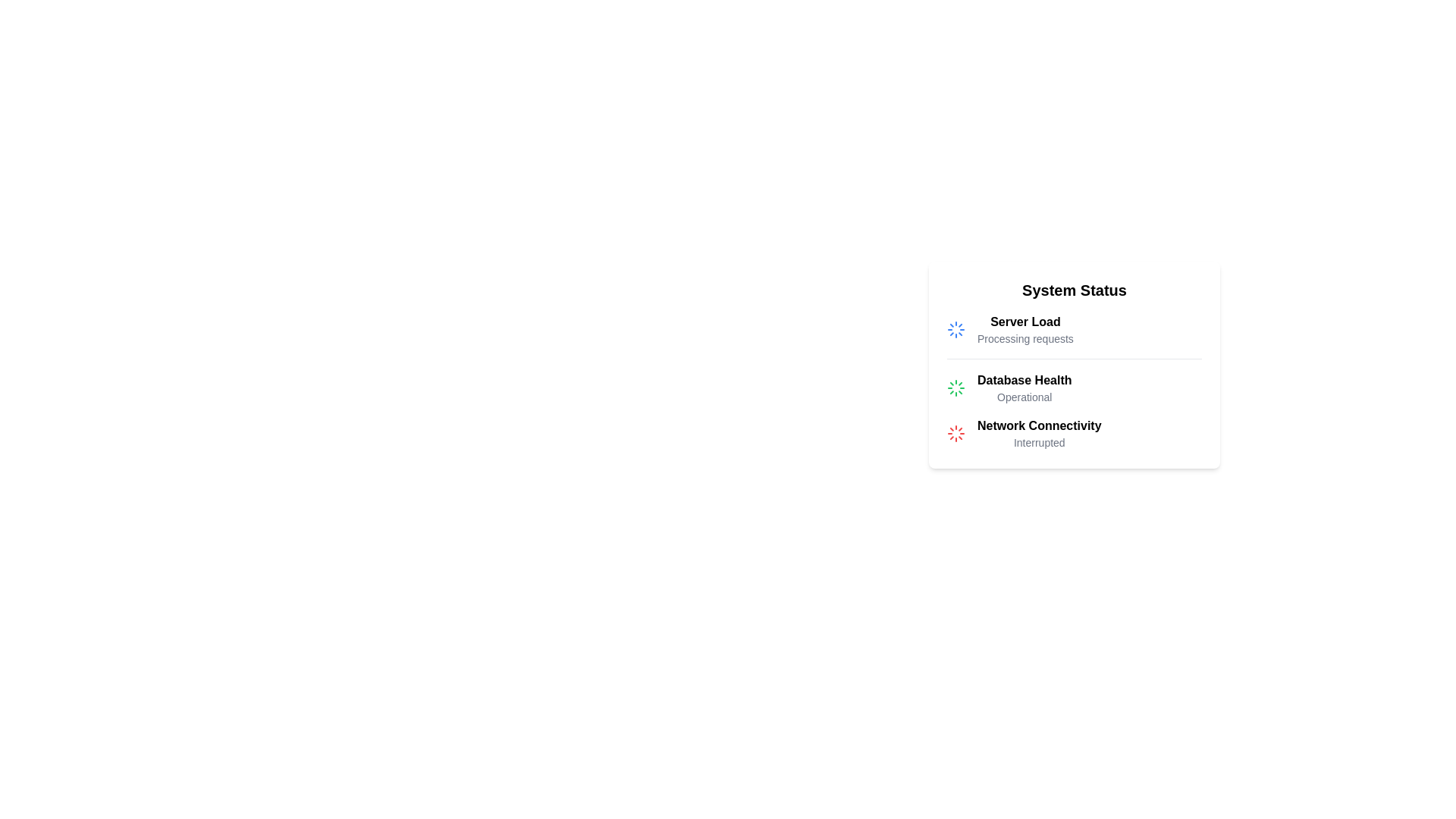 The height and width of the screenshot is (819, 1456). I want to click on the Animated loader icon that indicates an ongoing process, which is vertically aligned with the text 'Database Health' in the 'System Status' card, so click(955, 388).